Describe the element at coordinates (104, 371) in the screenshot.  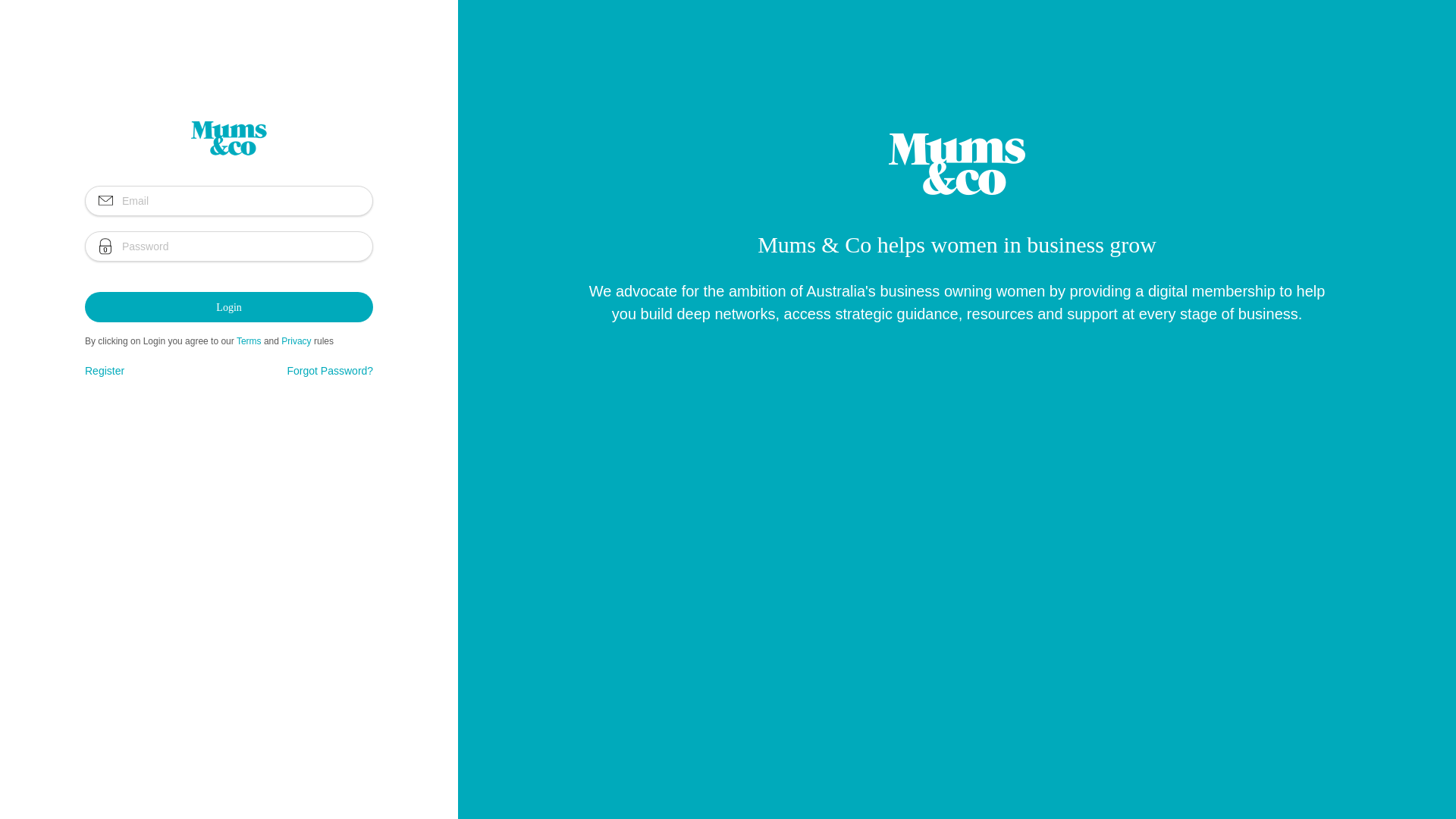
I see `'Register'` at that location.